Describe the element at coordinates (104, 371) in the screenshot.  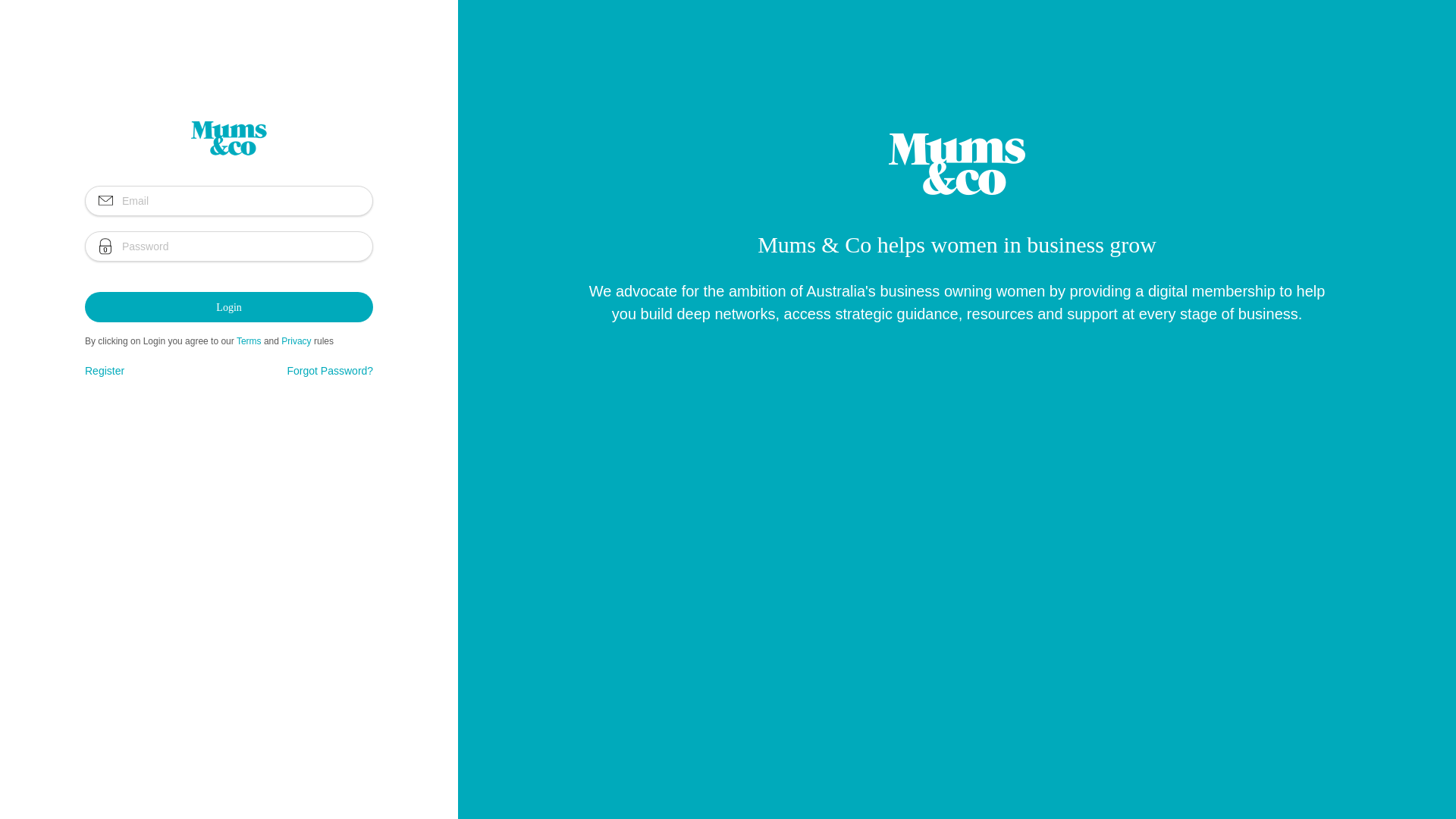
I see `'Register'` at that location.